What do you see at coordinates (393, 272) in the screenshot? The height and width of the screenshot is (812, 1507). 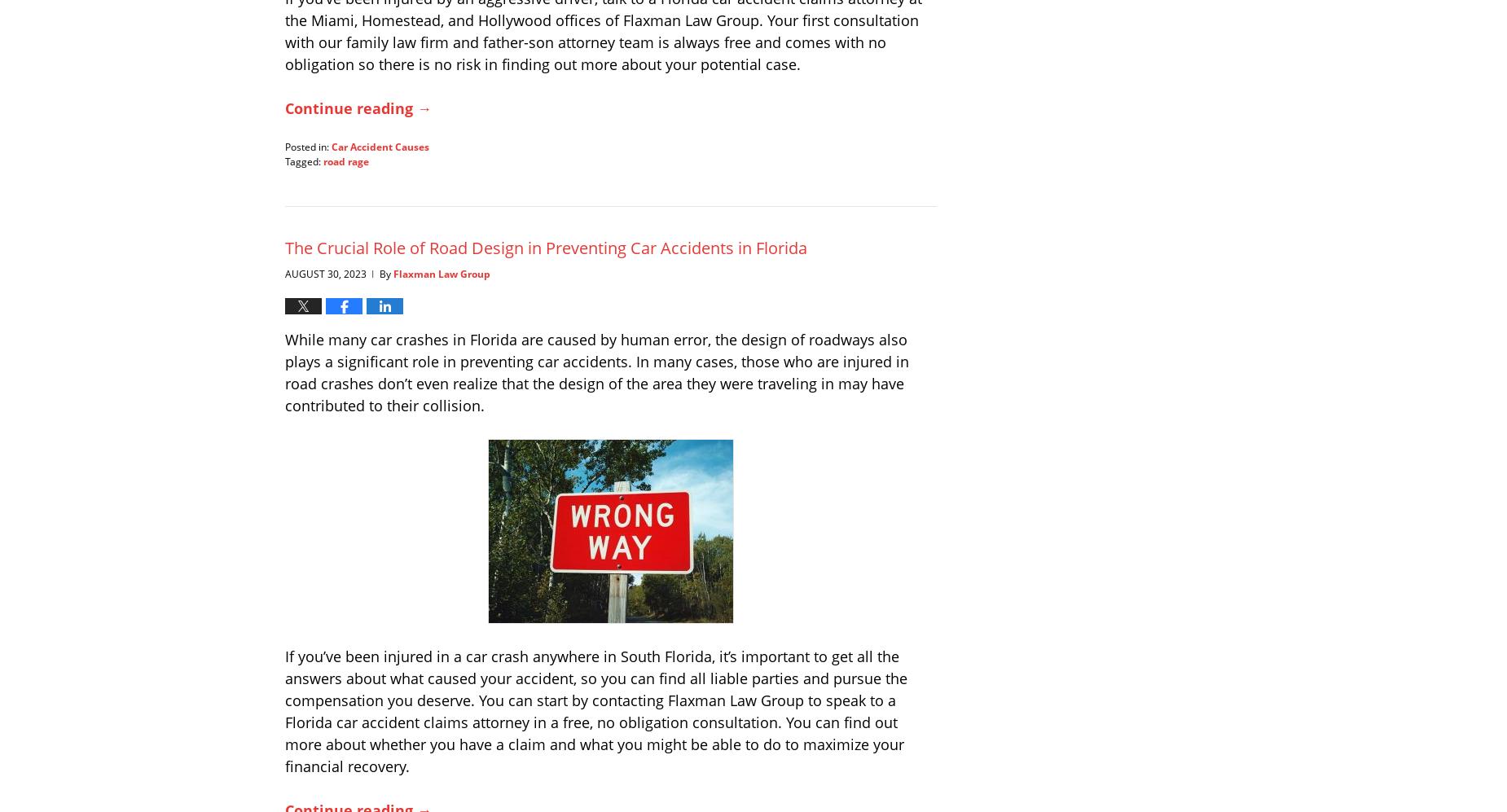 I see `'Flaxman Law Group'` at bounding box center [393, 272].